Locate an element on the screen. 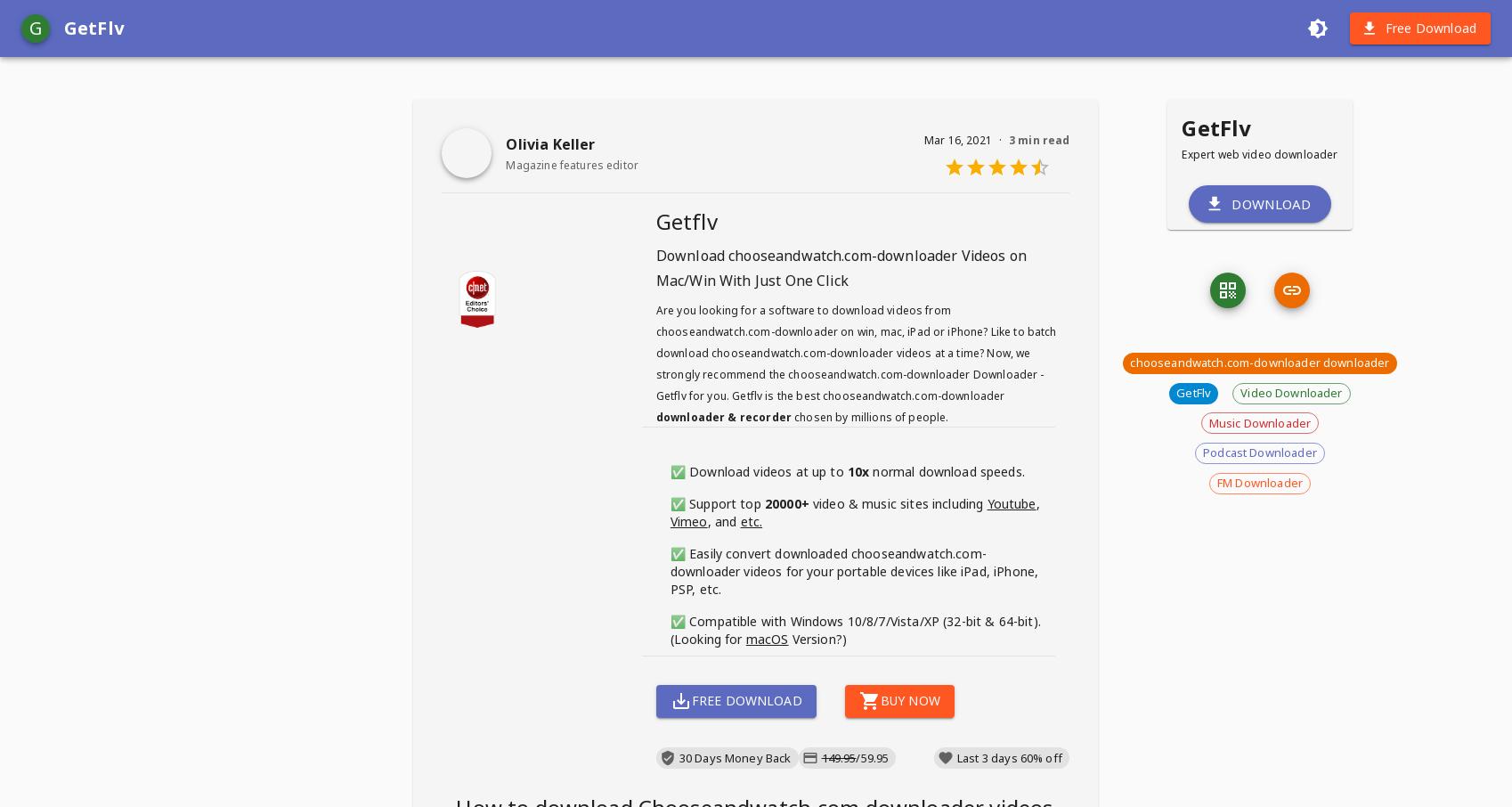 This screenshot has height=807, width=1512. 'Are you looking for a software to download videos from' is located at coordinates (802, 310).